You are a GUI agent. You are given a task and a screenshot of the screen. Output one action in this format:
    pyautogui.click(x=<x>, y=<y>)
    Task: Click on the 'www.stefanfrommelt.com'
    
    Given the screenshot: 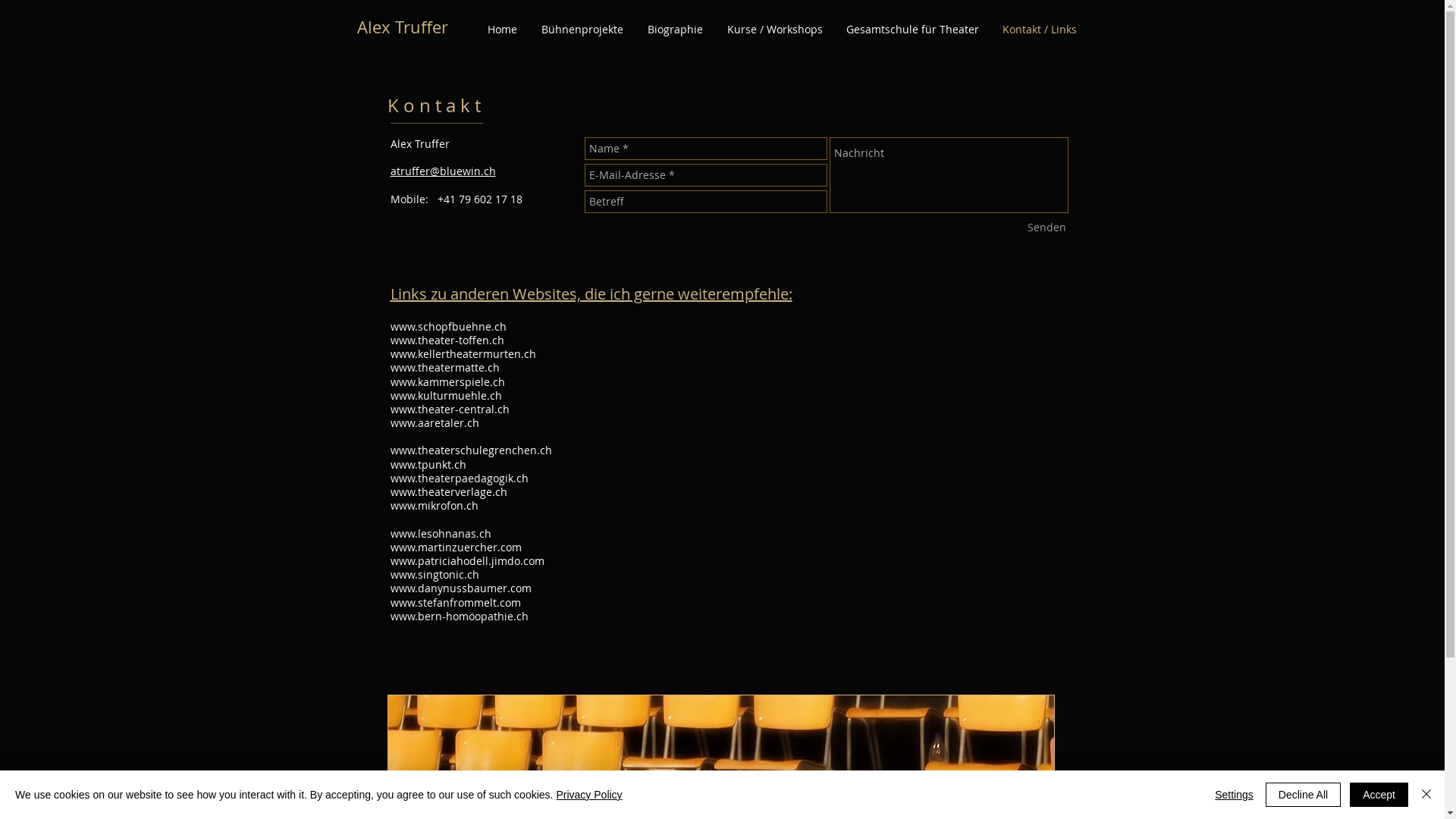 What is the action you would take?
    pyautogui.click(x=454, y=601)
    